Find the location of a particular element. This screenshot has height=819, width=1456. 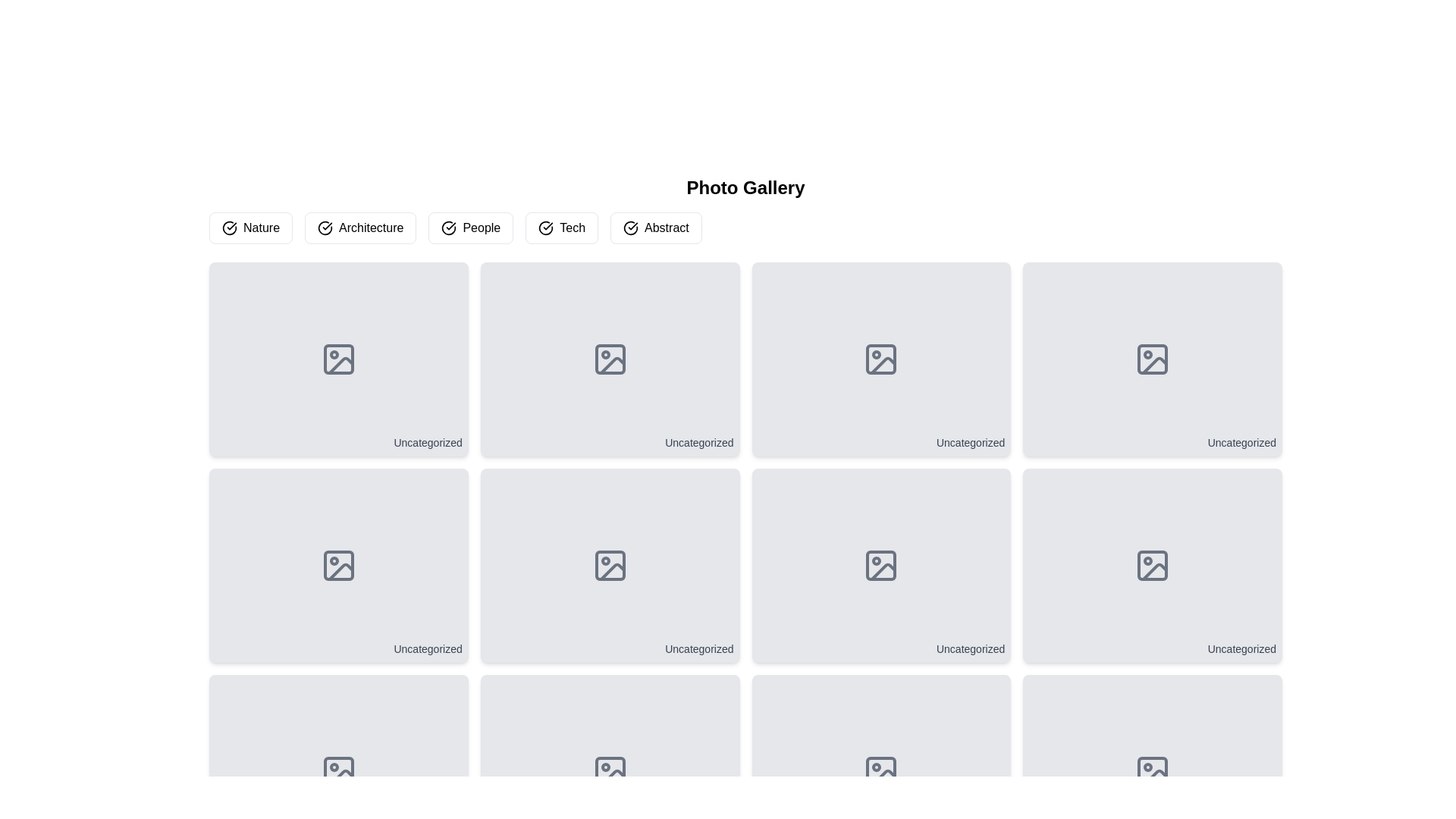

the visual indicator icon representing an image placeholder located in the bottom right corner of the 'Uncategorized' card element is located at coordinates (1153, 565).